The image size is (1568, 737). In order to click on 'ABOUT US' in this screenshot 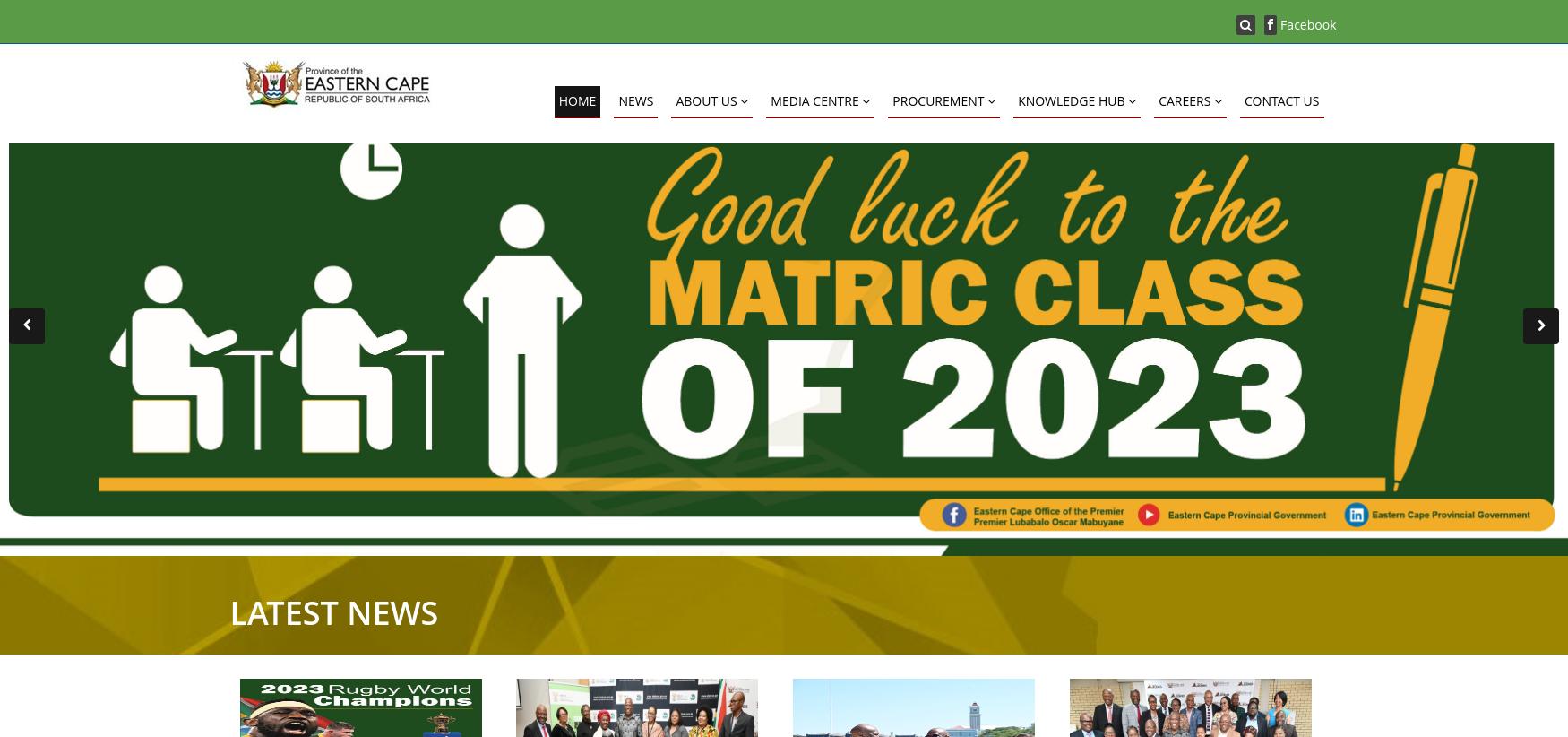, I will do `click(675, 100)`.